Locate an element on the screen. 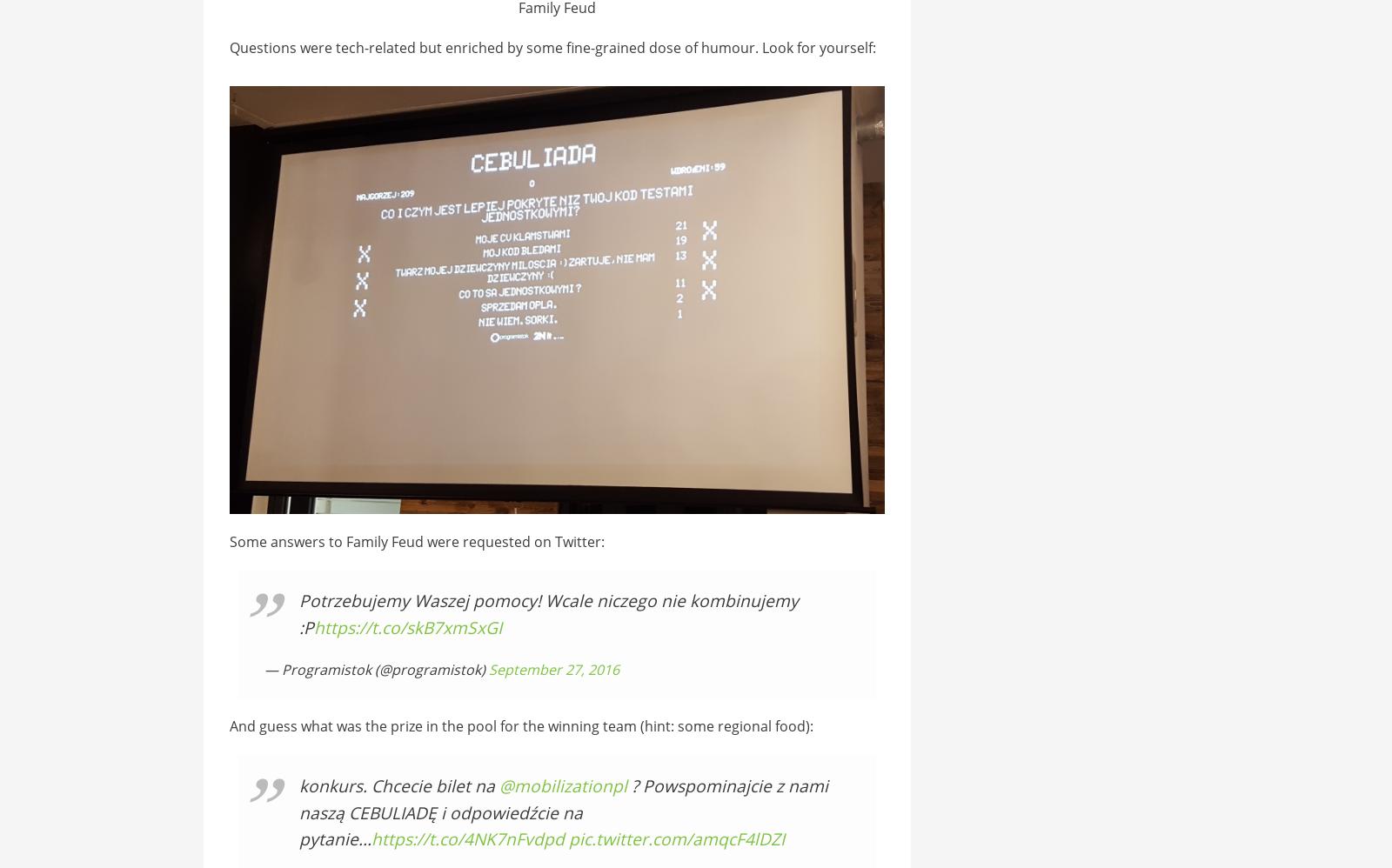  'konkurs. Chcecie bilet na' is located at coordinates (298, 785).